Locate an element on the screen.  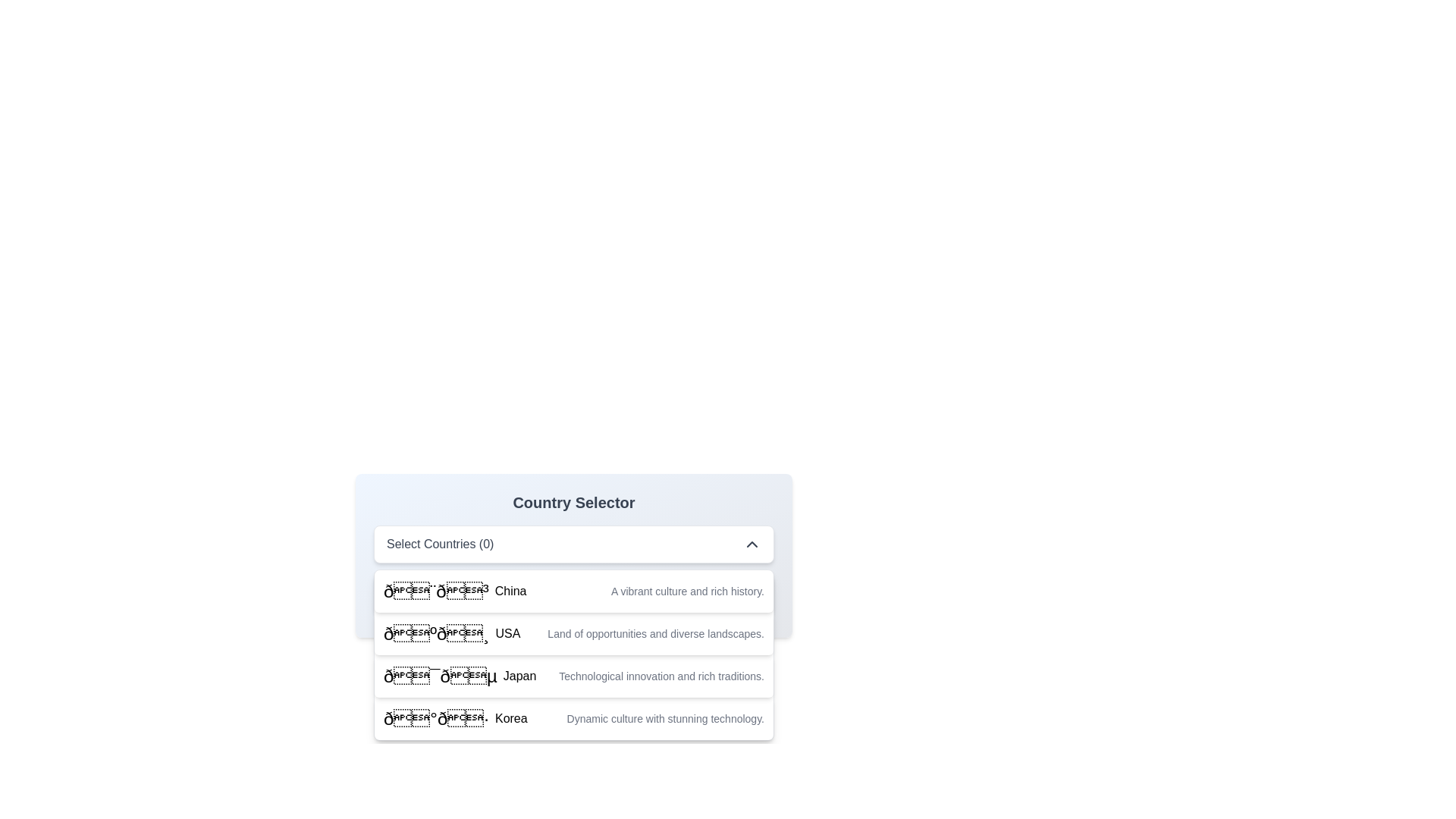
the list item representing the country USA in the dropdown menu, which is located between the options for China and Japan is located at coordinates (451, 634).